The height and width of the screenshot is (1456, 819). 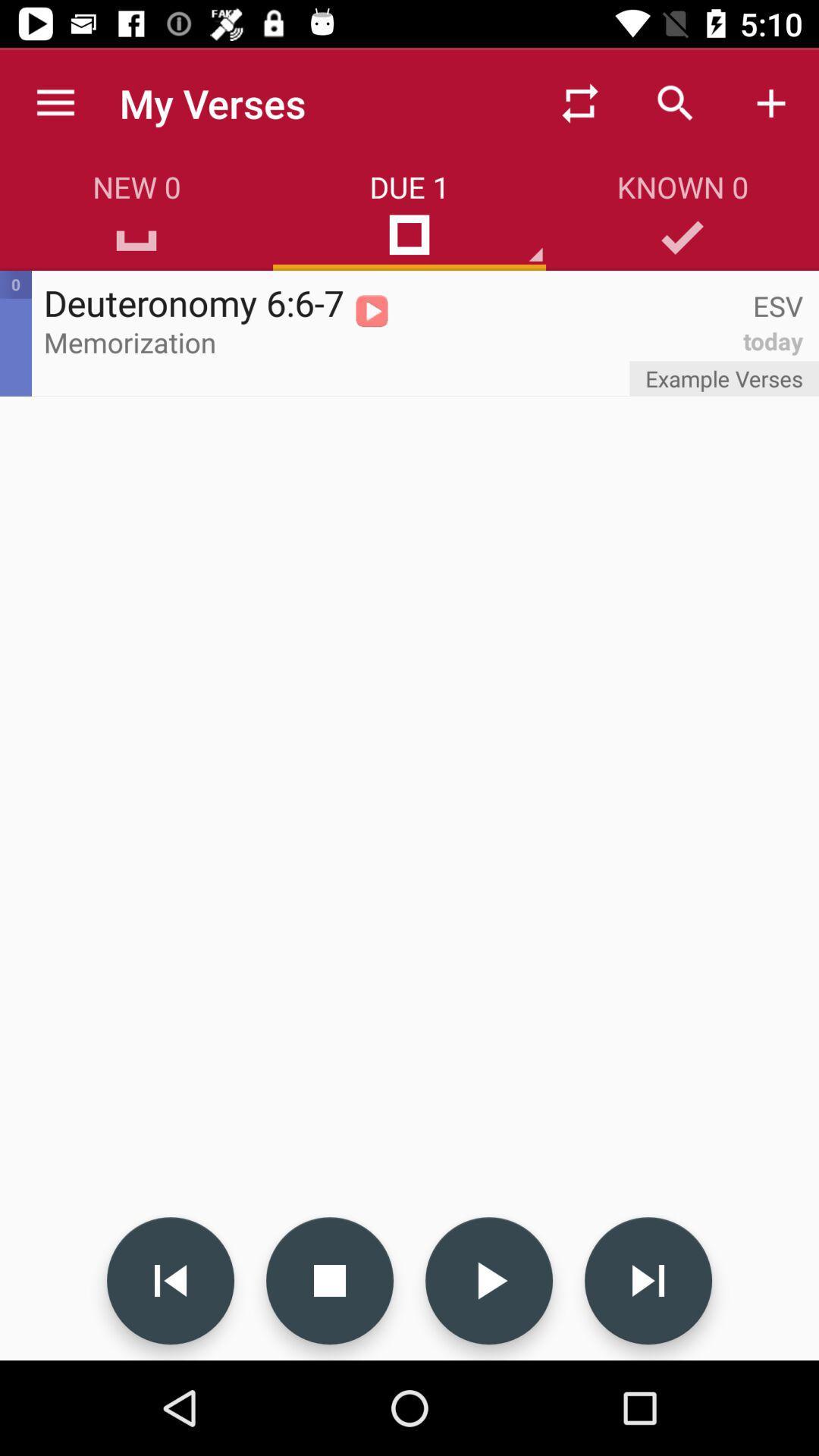 What do you see at coordinates (648, 1280) in the screenshot?
I see `fast forward` at bounding box center [648, 1280].